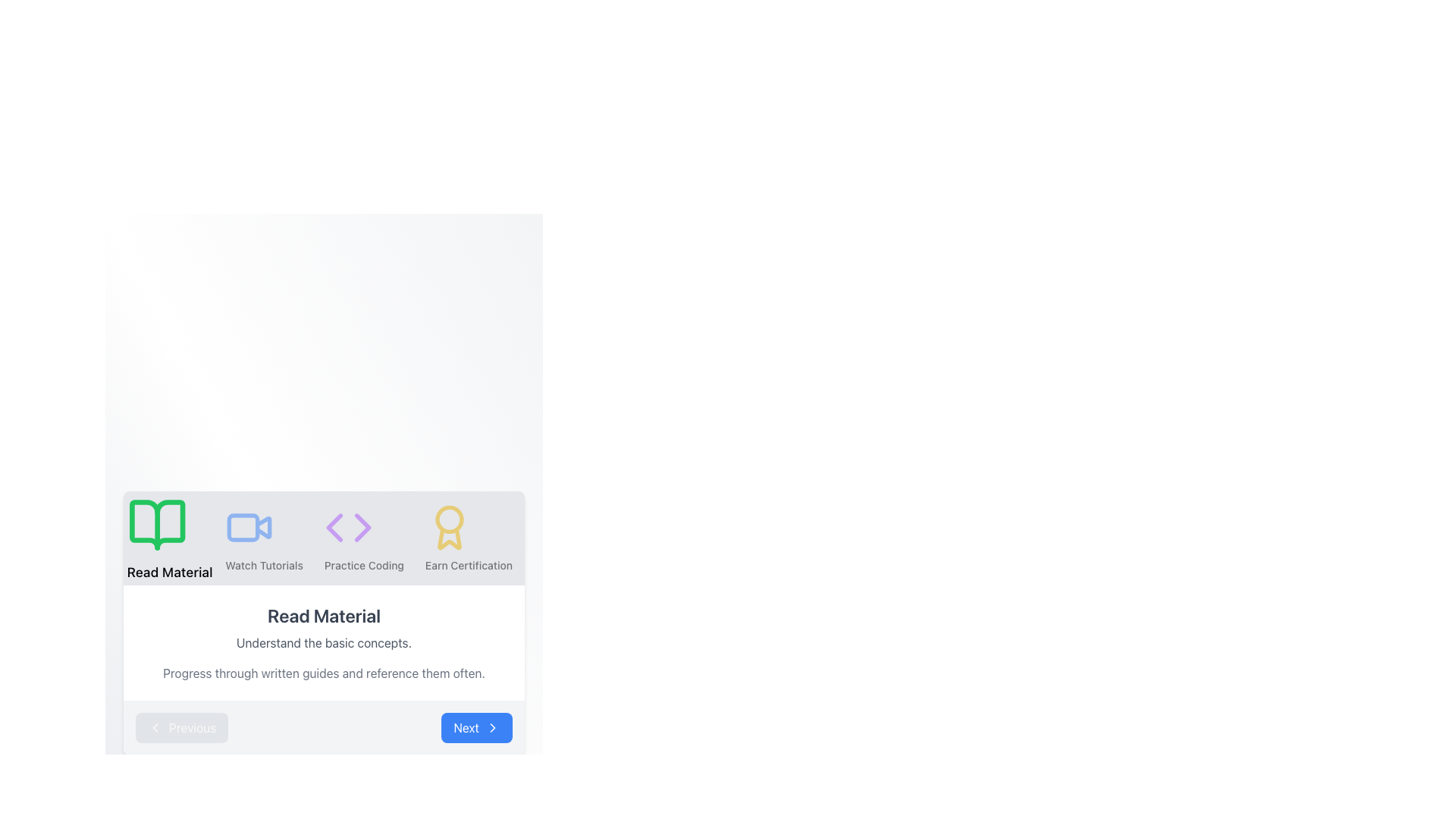  I want to click on the text label displaying 'Watch Tutorials', which is the second item in a horizontally aligned group of options, located below a video icon, between 'Read Material' and 'Practice Coding', so click(264, 565).